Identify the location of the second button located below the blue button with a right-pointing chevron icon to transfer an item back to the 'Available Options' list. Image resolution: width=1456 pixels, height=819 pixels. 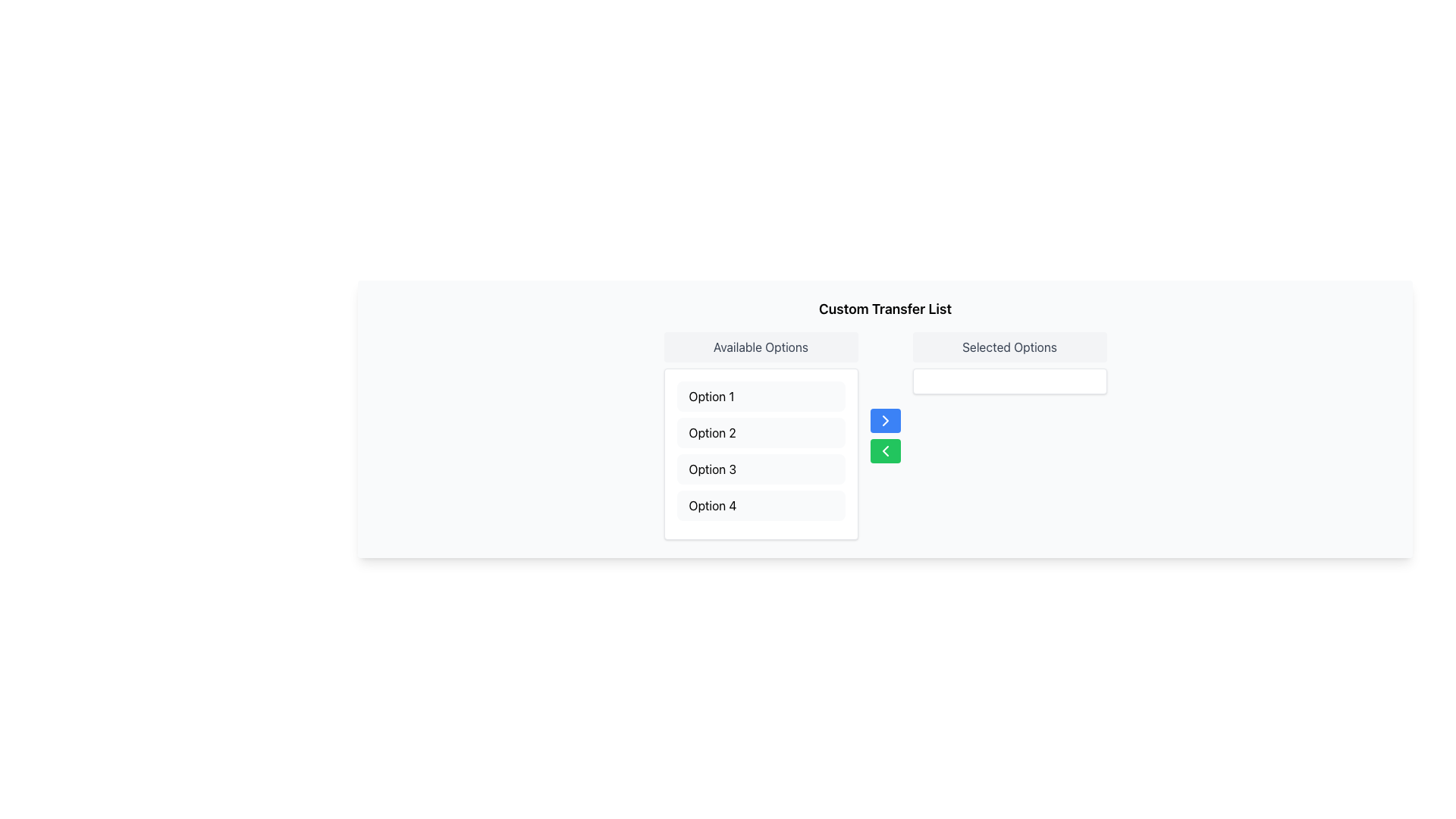
(885, 450).